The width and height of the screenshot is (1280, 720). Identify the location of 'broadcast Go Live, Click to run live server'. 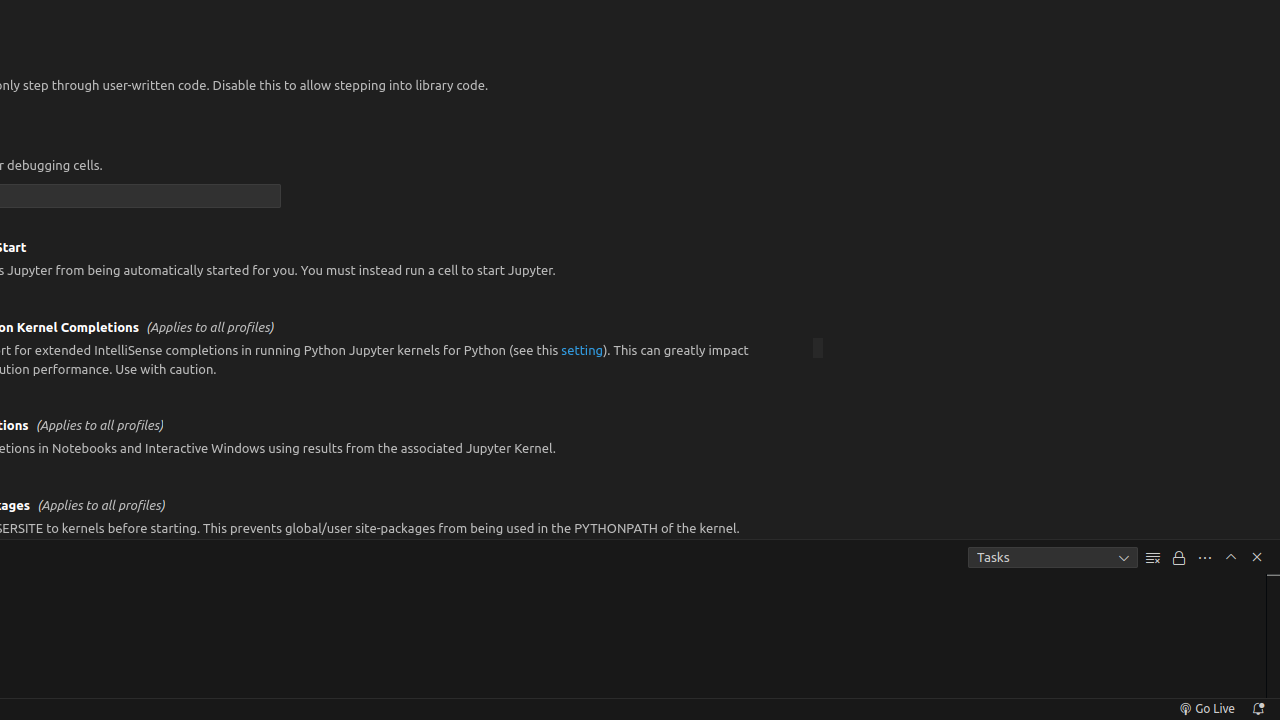
(1205, 707).